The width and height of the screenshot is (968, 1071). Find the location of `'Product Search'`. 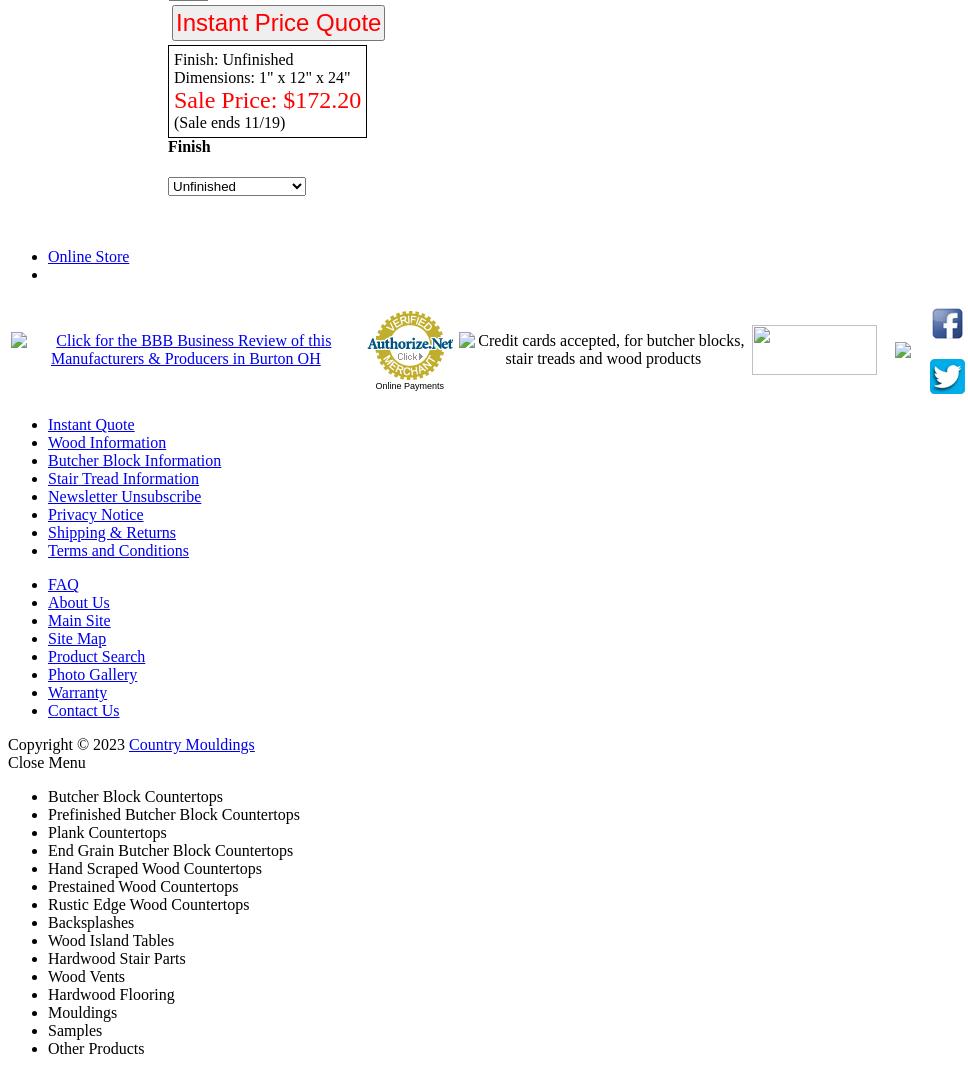

'Product Search' is located at coordinates (96, 655).